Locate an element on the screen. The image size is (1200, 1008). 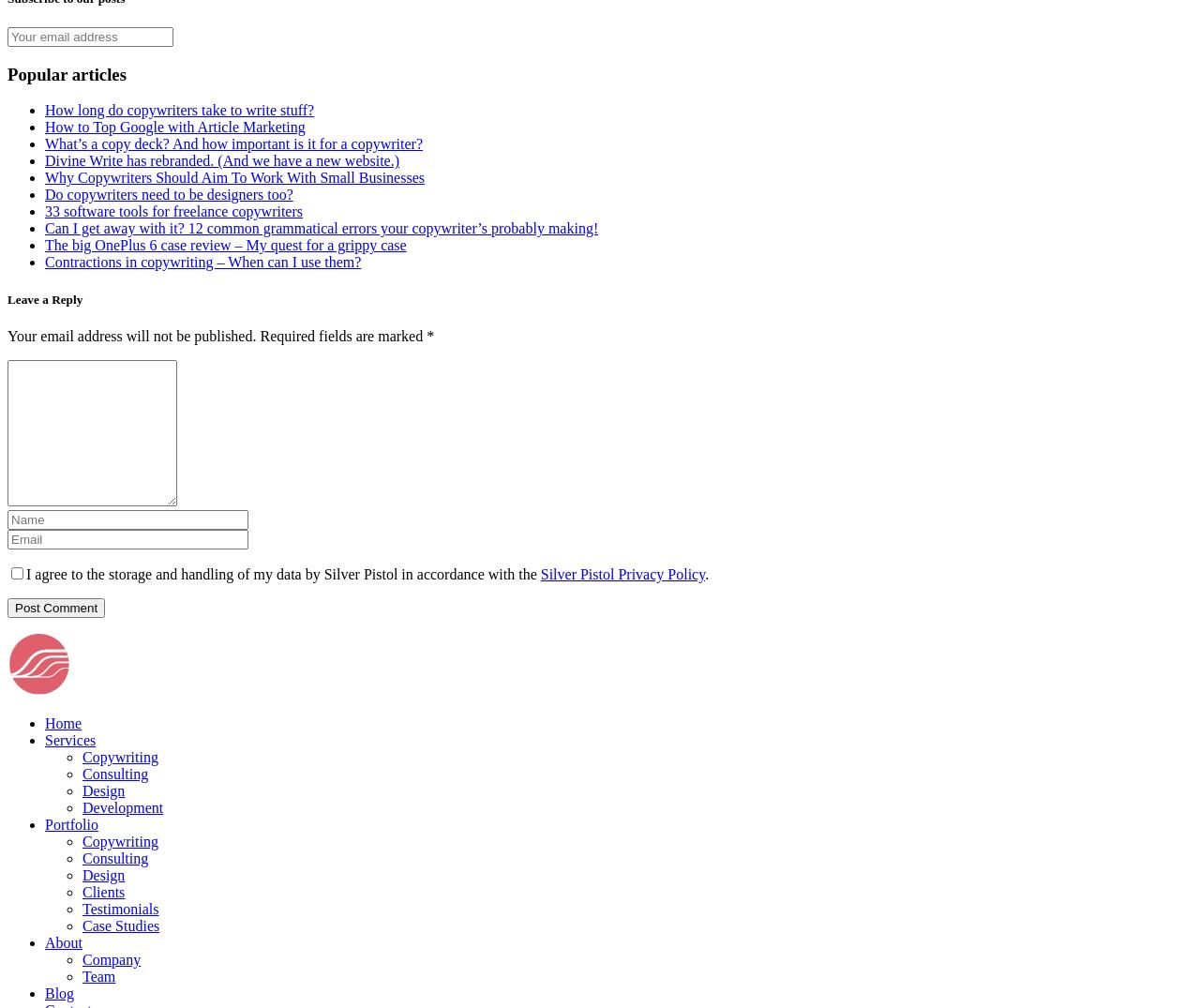
'Can I get away with it? 12 common grammatical errors your copywriter’s probably making!' is located at coordinates (322, 227).